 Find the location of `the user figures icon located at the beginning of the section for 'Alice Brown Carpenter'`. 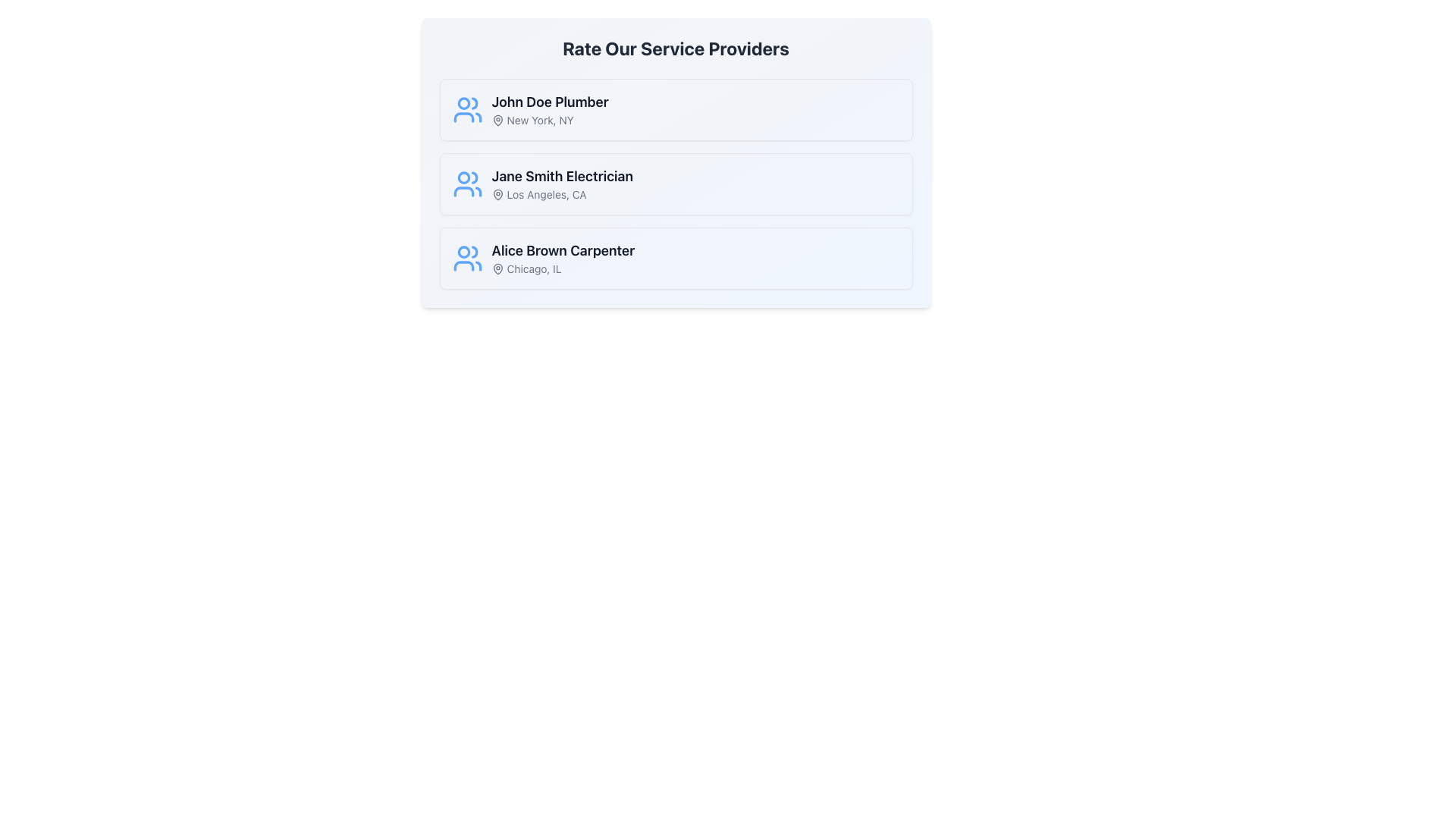

the user figures icon located at the beginning of the section for 'Alice Brown Carpenter' is located at coordinates (466, 257).